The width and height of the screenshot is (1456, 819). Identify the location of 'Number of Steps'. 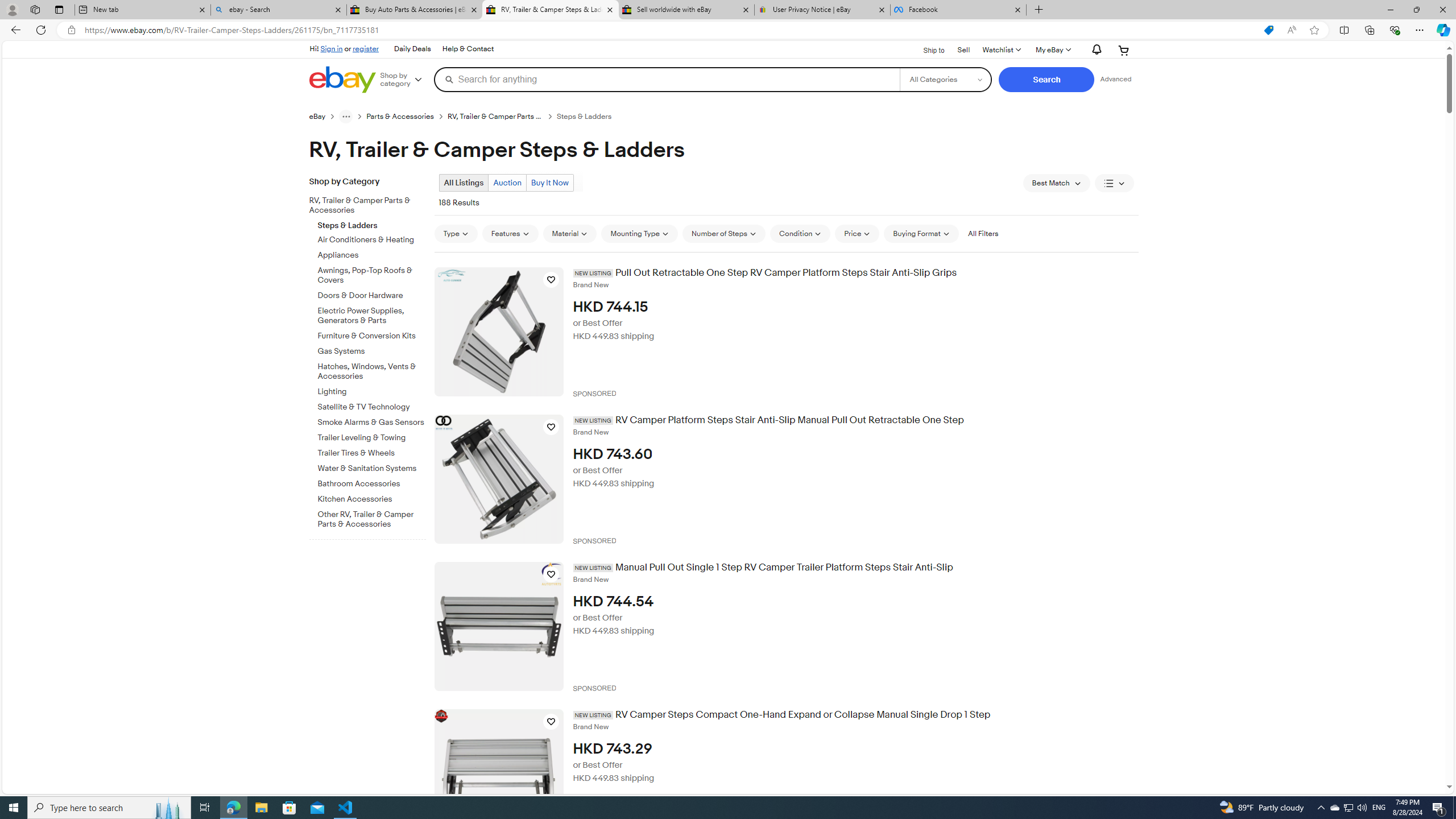
(723, 233).